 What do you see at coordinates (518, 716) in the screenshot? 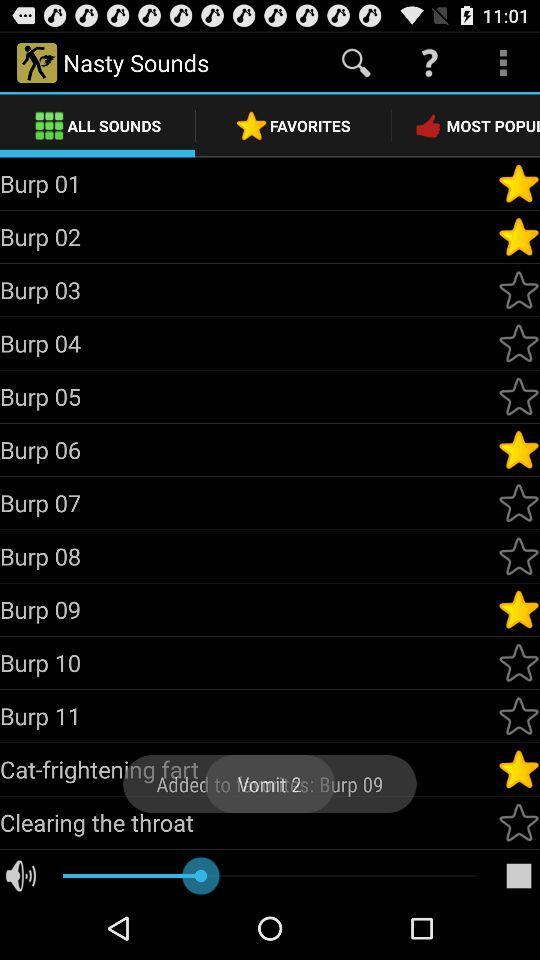
I see `to favorites` at bounding box center [518, 716].